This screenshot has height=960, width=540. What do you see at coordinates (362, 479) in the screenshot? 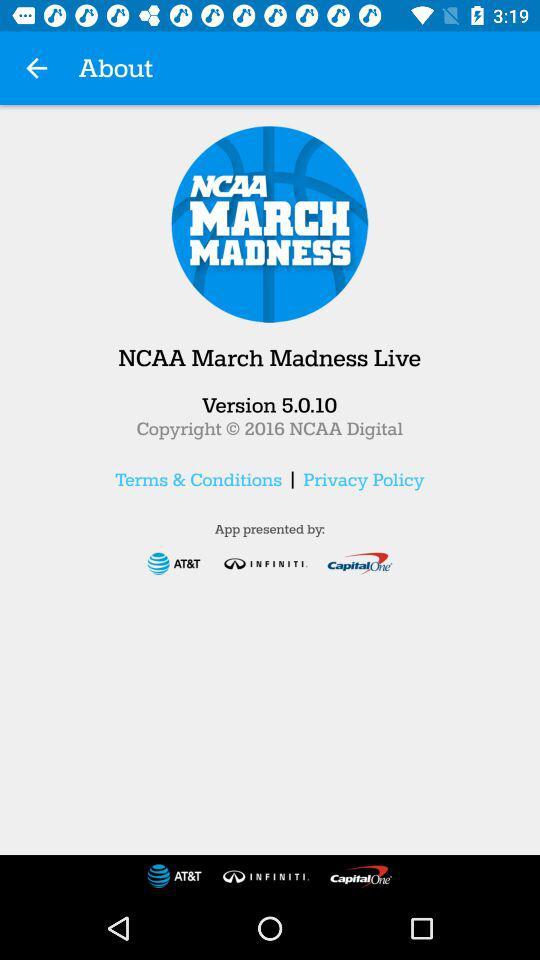
I see `the privacy policy` at bounding box center [362, 479].